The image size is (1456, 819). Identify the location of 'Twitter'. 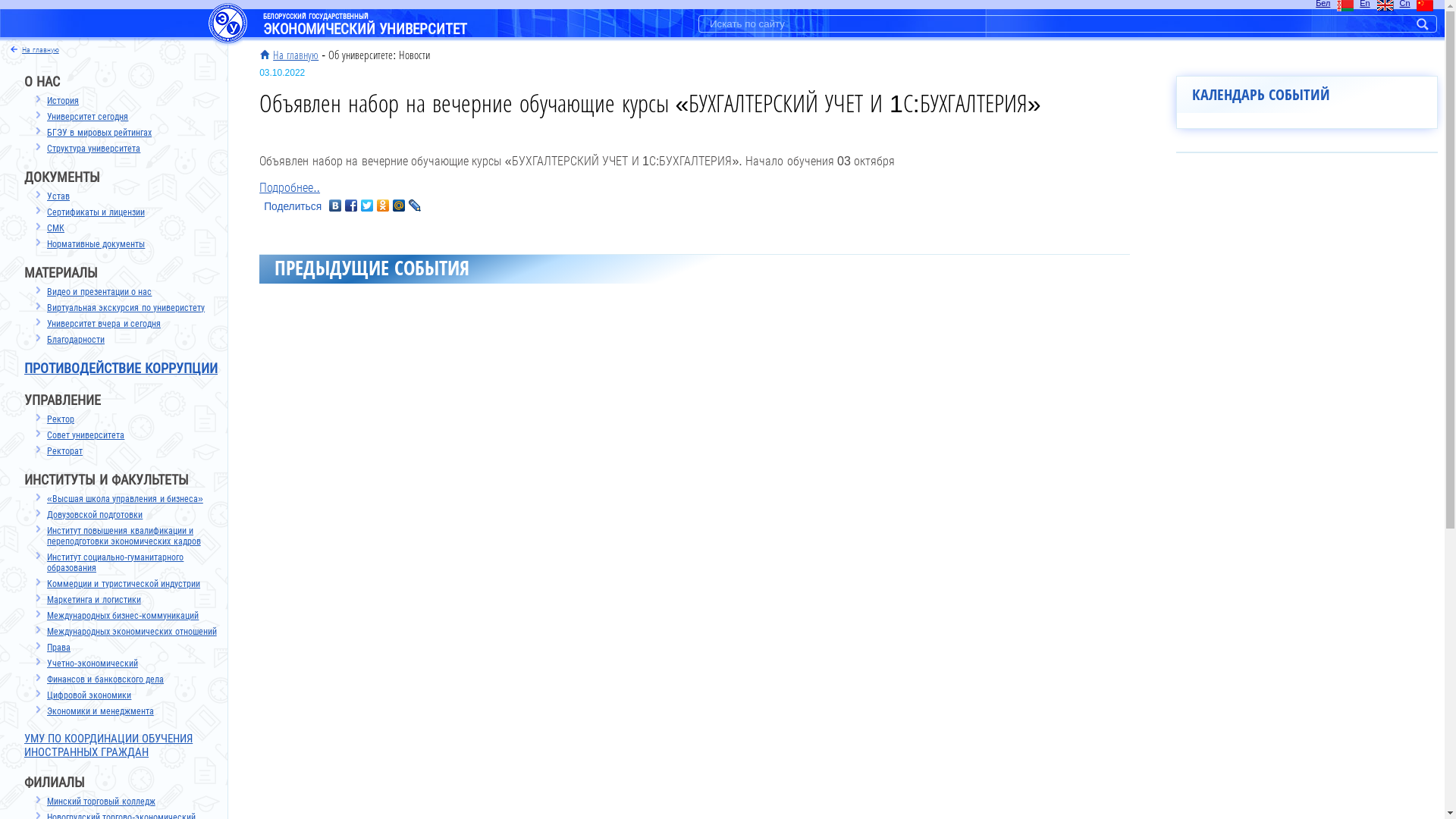
(367, 205).